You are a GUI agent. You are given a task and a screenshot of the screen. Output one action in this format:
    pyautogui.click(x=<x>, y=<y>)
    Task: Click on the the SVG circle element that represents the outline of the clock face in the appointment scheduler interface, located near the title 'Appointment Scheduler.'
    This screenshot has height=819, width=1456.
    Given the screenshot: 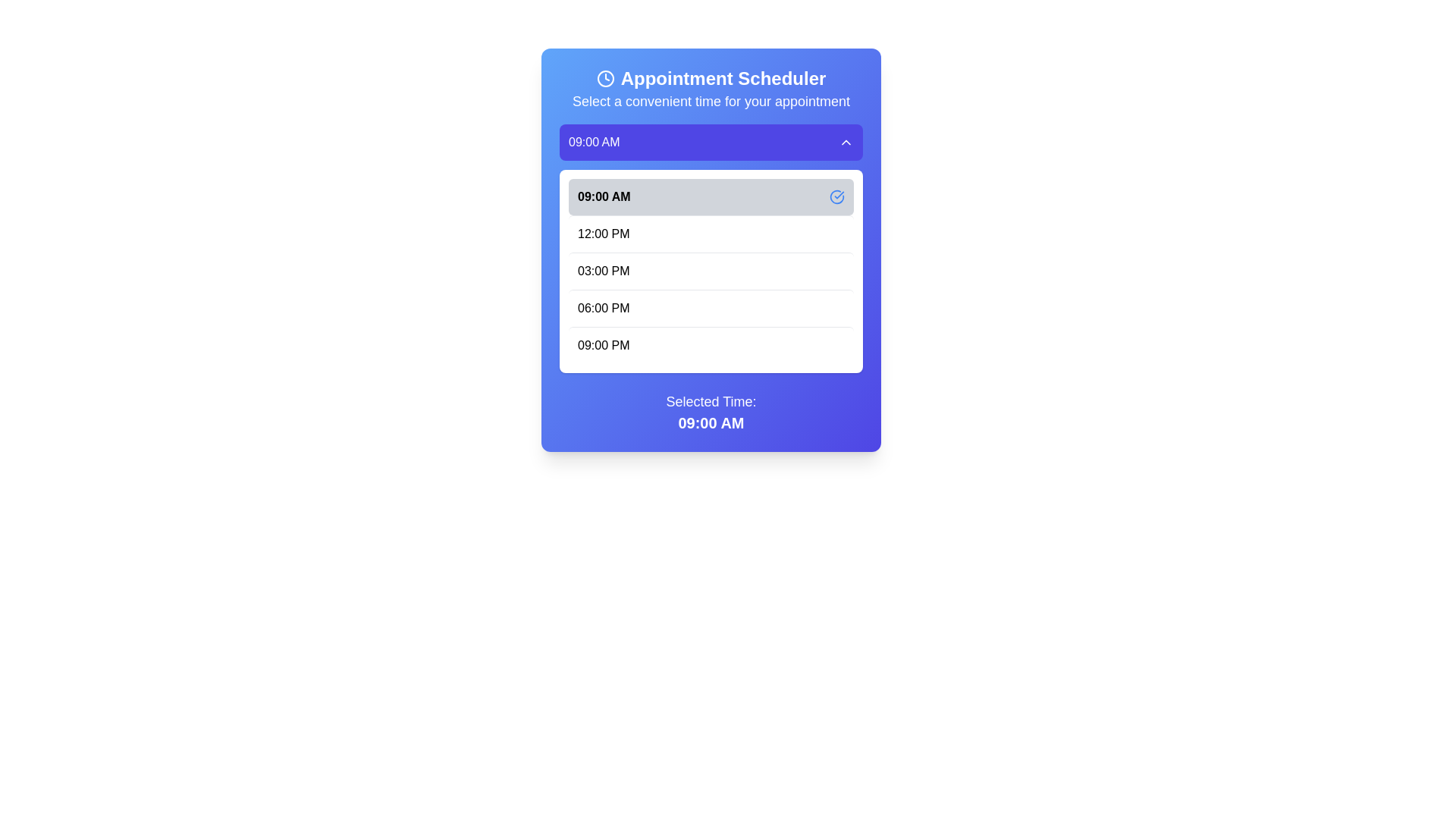 What is the action you would take?
    pyautogui.click(x=604, y=79)
    